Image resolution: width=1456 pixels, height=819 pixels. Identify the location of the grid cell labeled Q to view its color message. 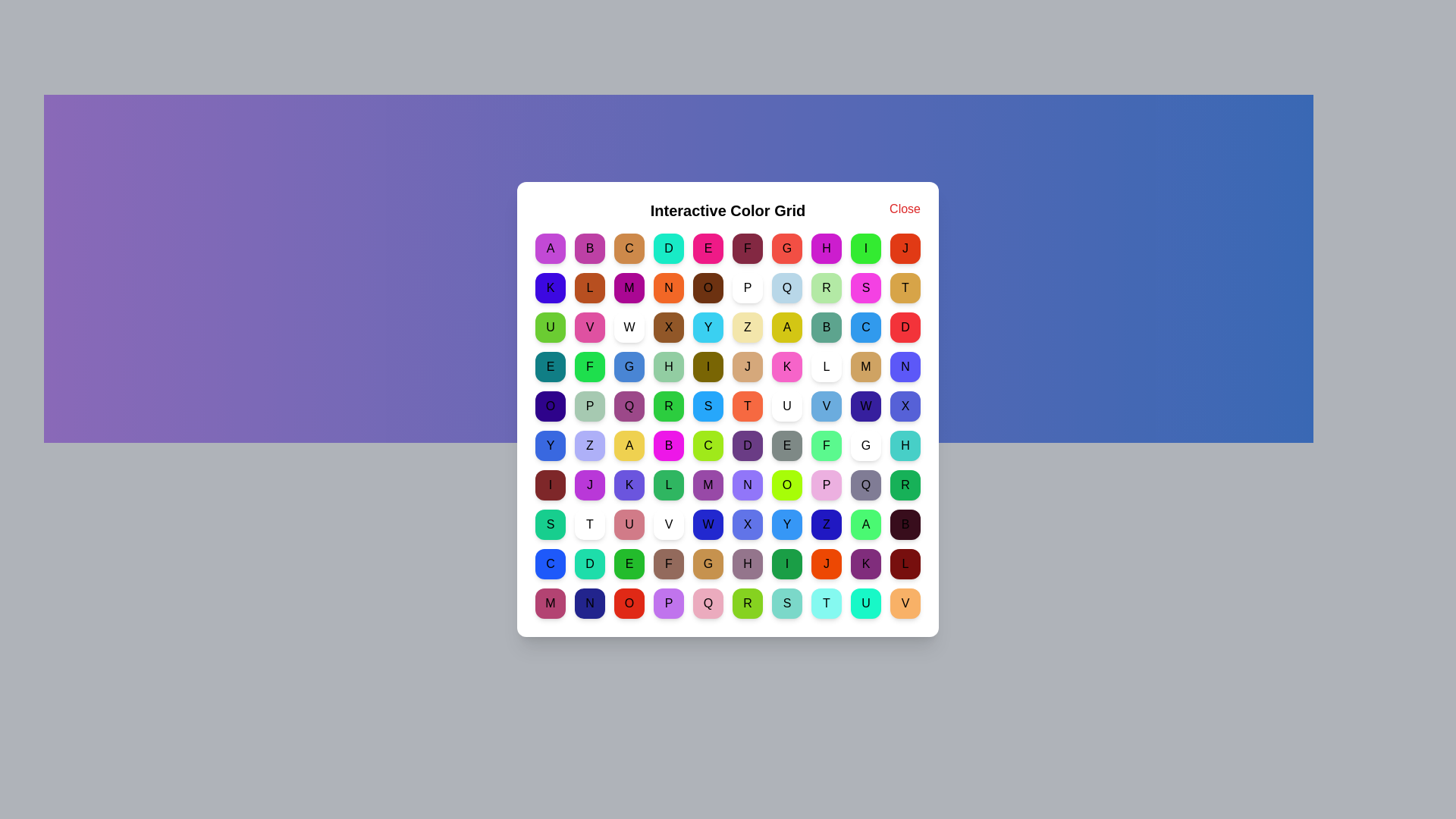
(786, 288).